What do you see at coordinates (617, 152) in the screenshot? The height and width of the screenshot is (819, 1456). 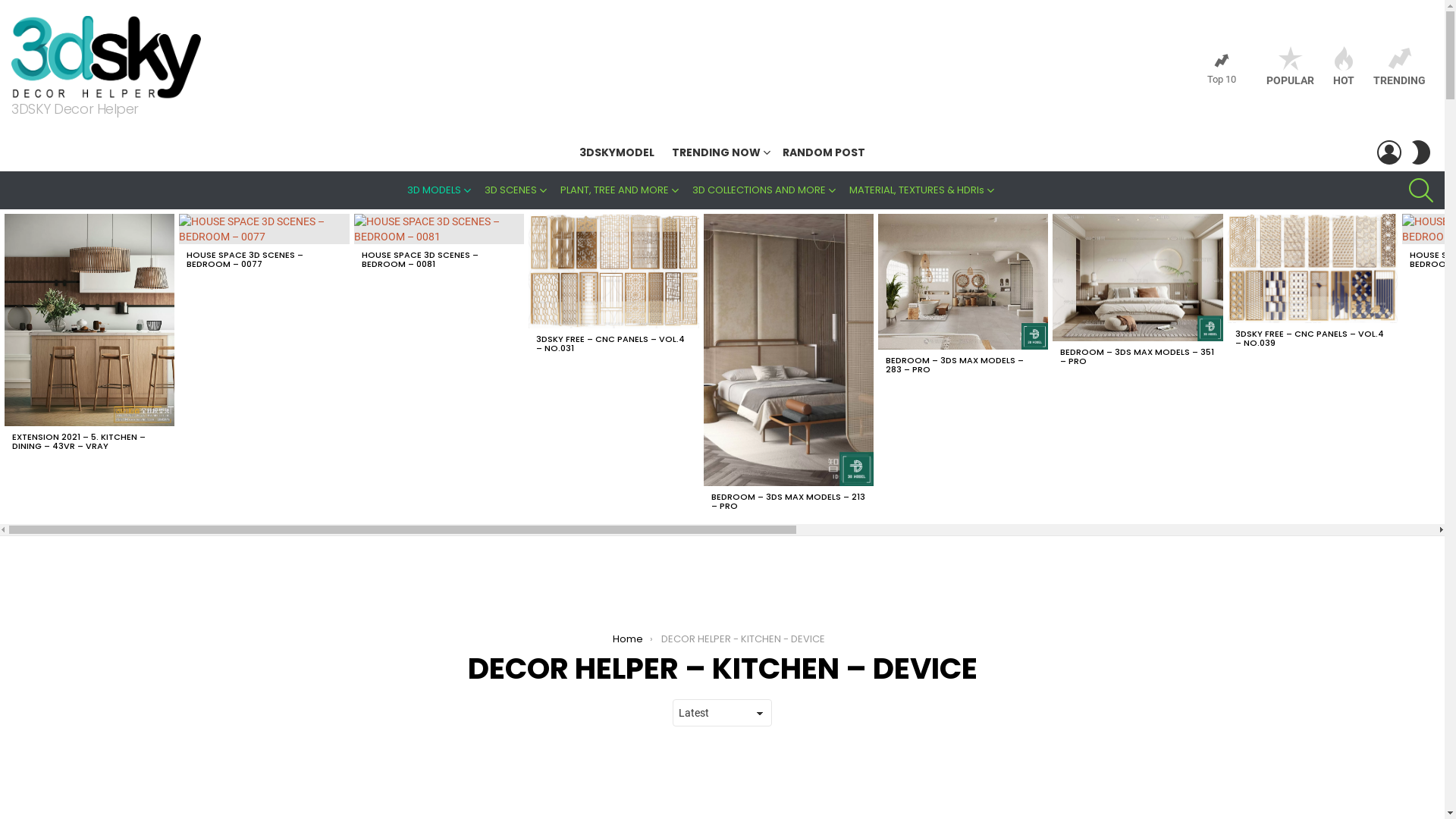 I see `'3DSKYMODEL'` at bounding box center [617, 152].